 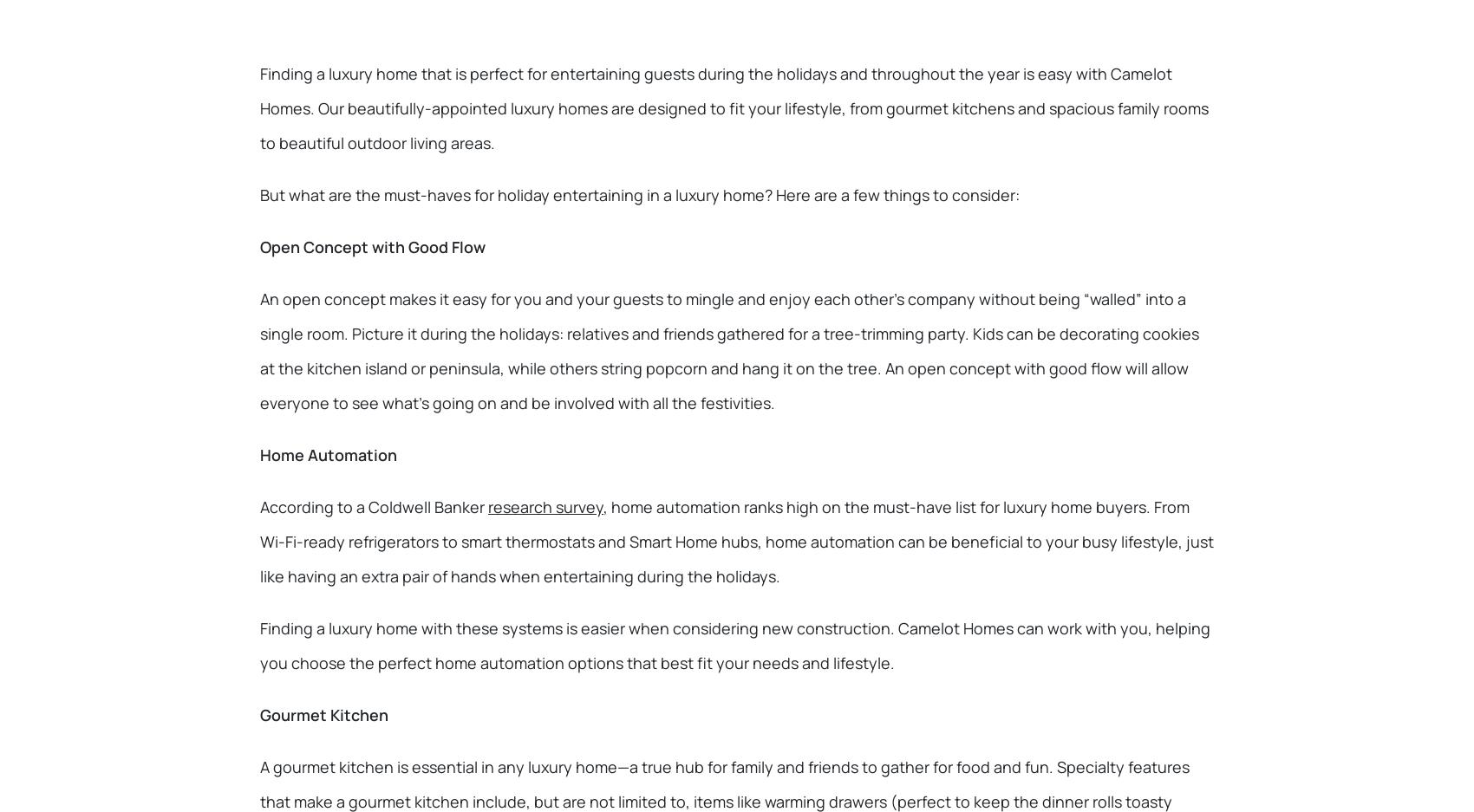 What do you see at coordinates (733, 107) in the screenshot?
I see `'Finding a luxury home that is perfect for entertaining guests during the holidays and throughout the year is easy with Camelot Homes. Our beautifully-appointed luxury homes are designed to fit your lifestyle, from gourmet kitchens and spacious family rooms to beautiful outdoor living areas.'` at bounding box center [733, 107].